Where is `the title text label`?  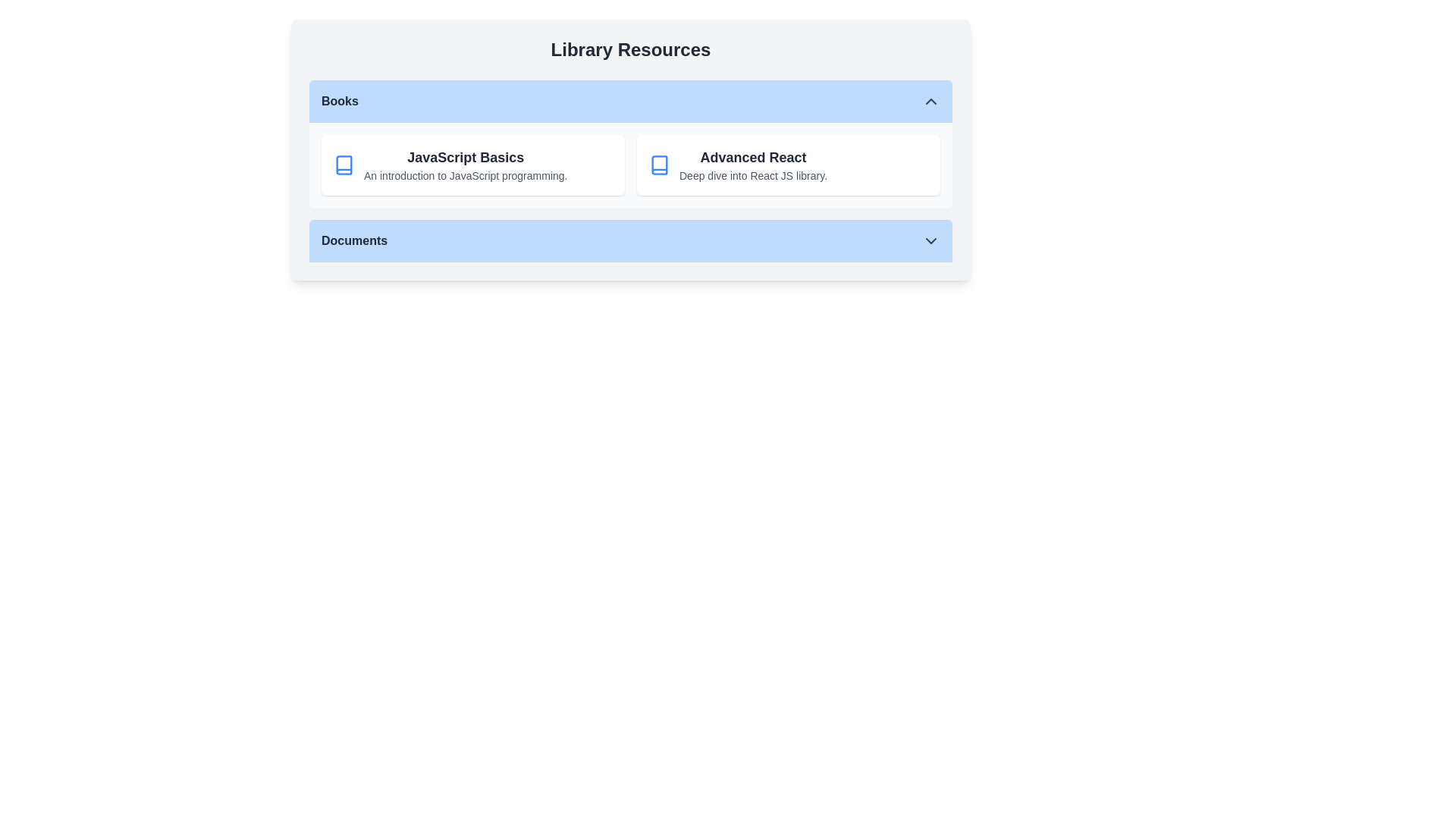 the title text label is located at coordinates (753, 158).